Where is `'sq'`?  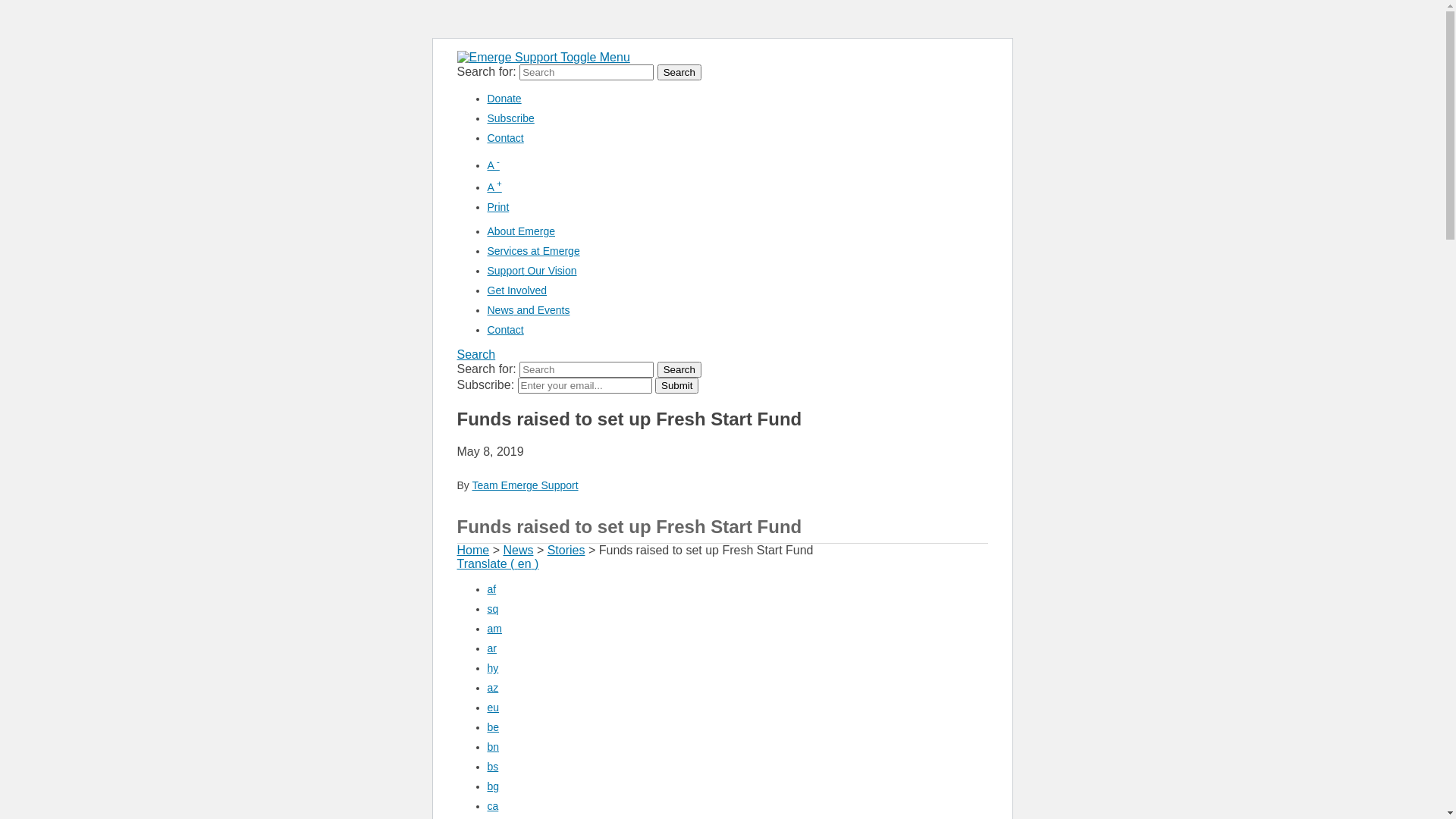
'sq' is located at coordinates (492, 607).